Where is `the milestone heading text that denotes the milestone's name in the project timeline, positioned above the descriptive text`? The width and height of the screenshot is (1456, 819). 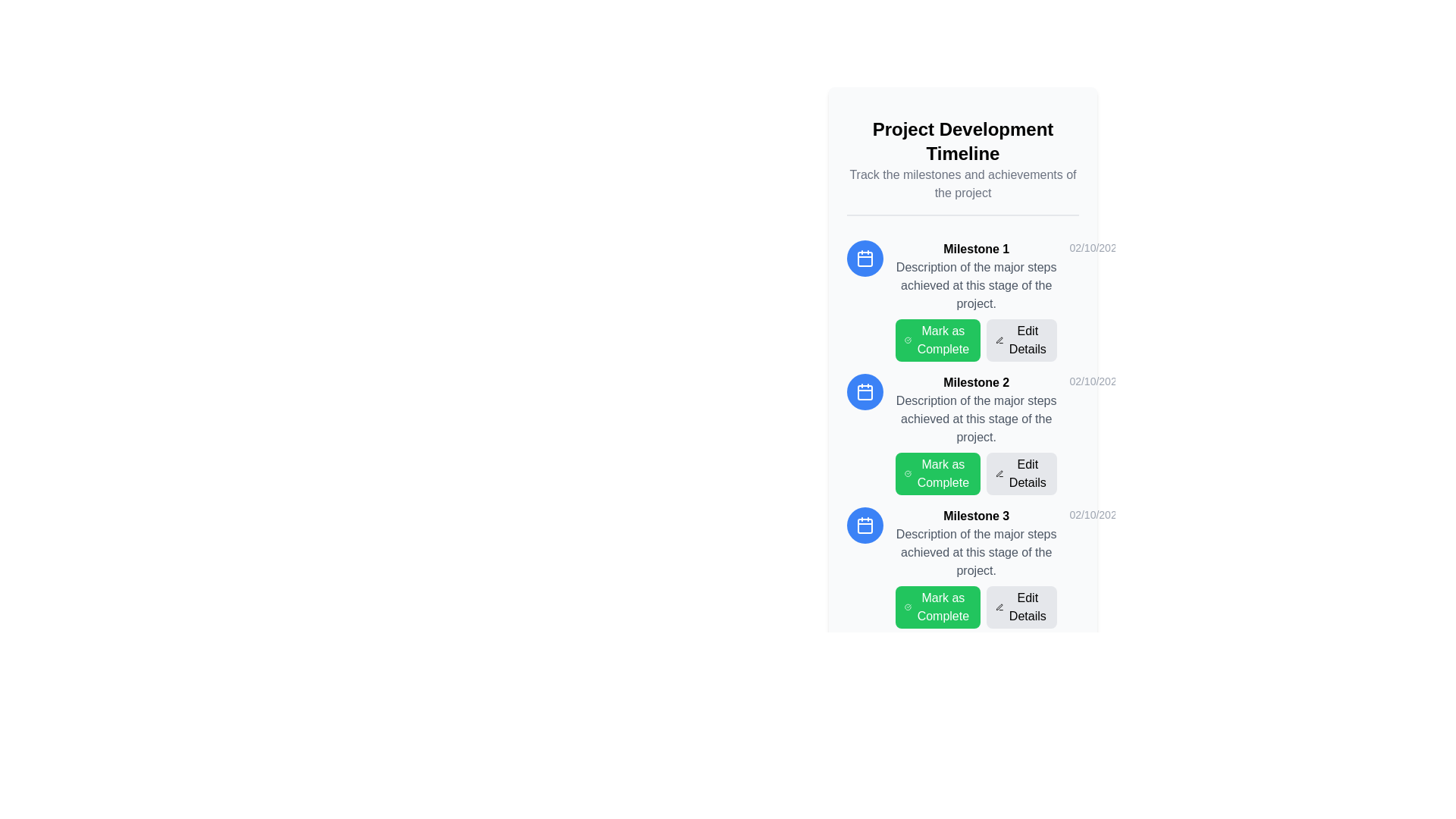
the milestone heading text that denotes the milestone's name in the project timeline, positioned above the descriptive text is located at coordinates (976, 248).